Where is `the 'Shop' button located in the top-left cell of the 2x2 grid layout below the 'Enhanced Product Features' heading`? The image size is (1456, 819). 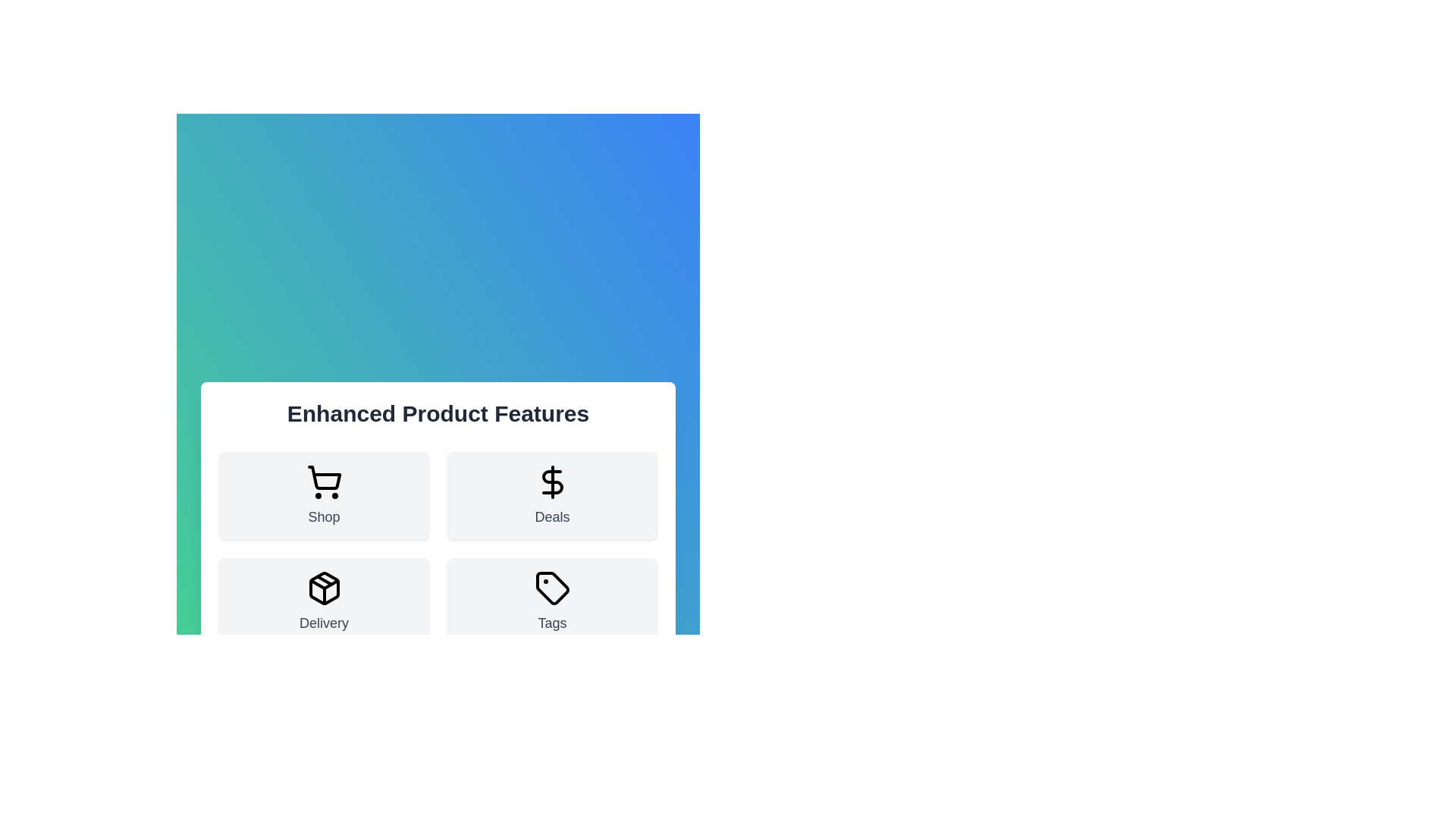
the 'Shop' button located in the top-left cell of the 2x2 grid layout below the 'Enhanced Product Features' heading is located at coordinates (323, 496).